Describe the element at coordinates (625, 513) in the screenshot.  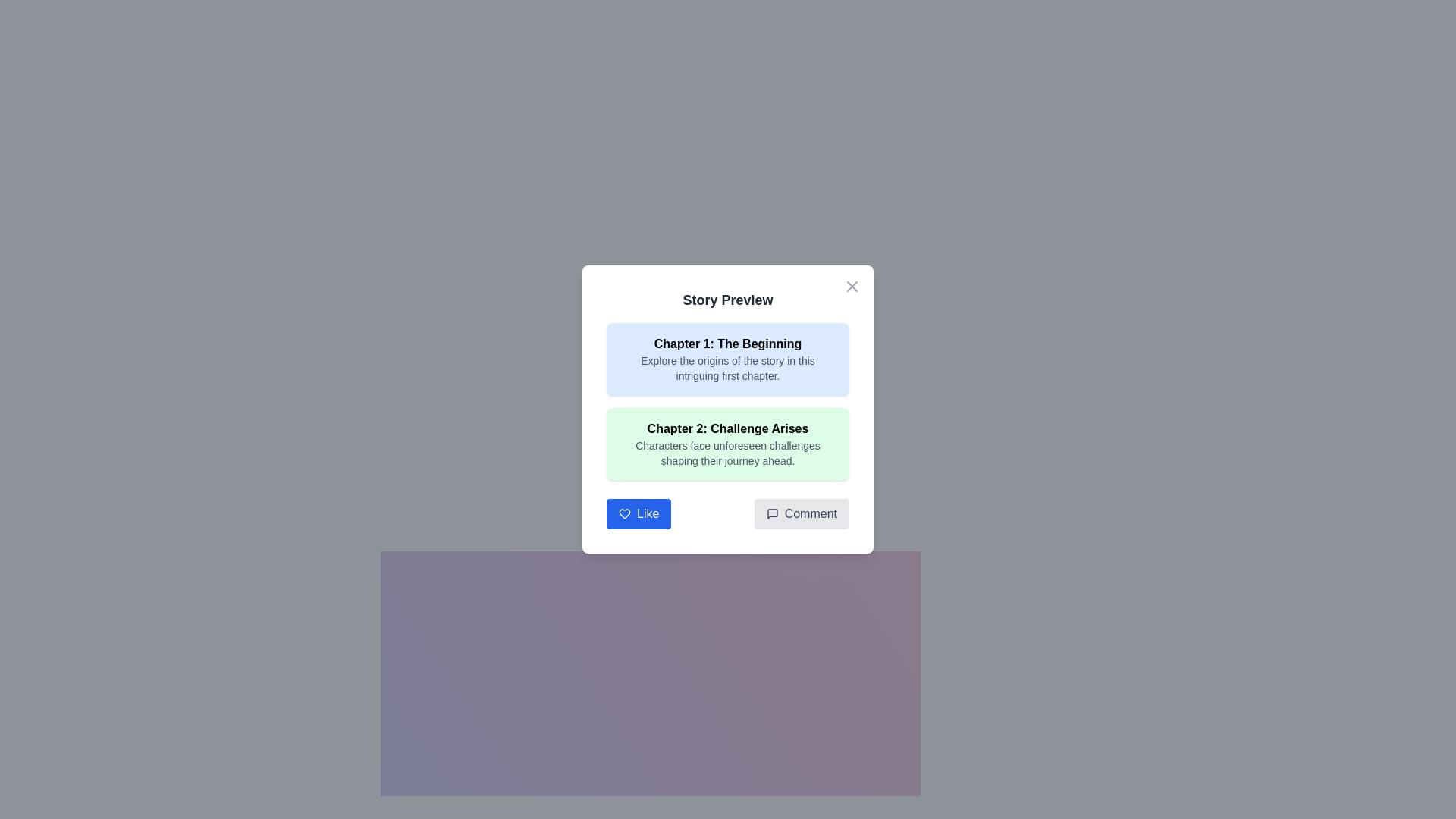
I see `the 'Like' icon within the button that is located to the left of the text 'Like' in the lower-left portion of the pop-up modal` at that location.